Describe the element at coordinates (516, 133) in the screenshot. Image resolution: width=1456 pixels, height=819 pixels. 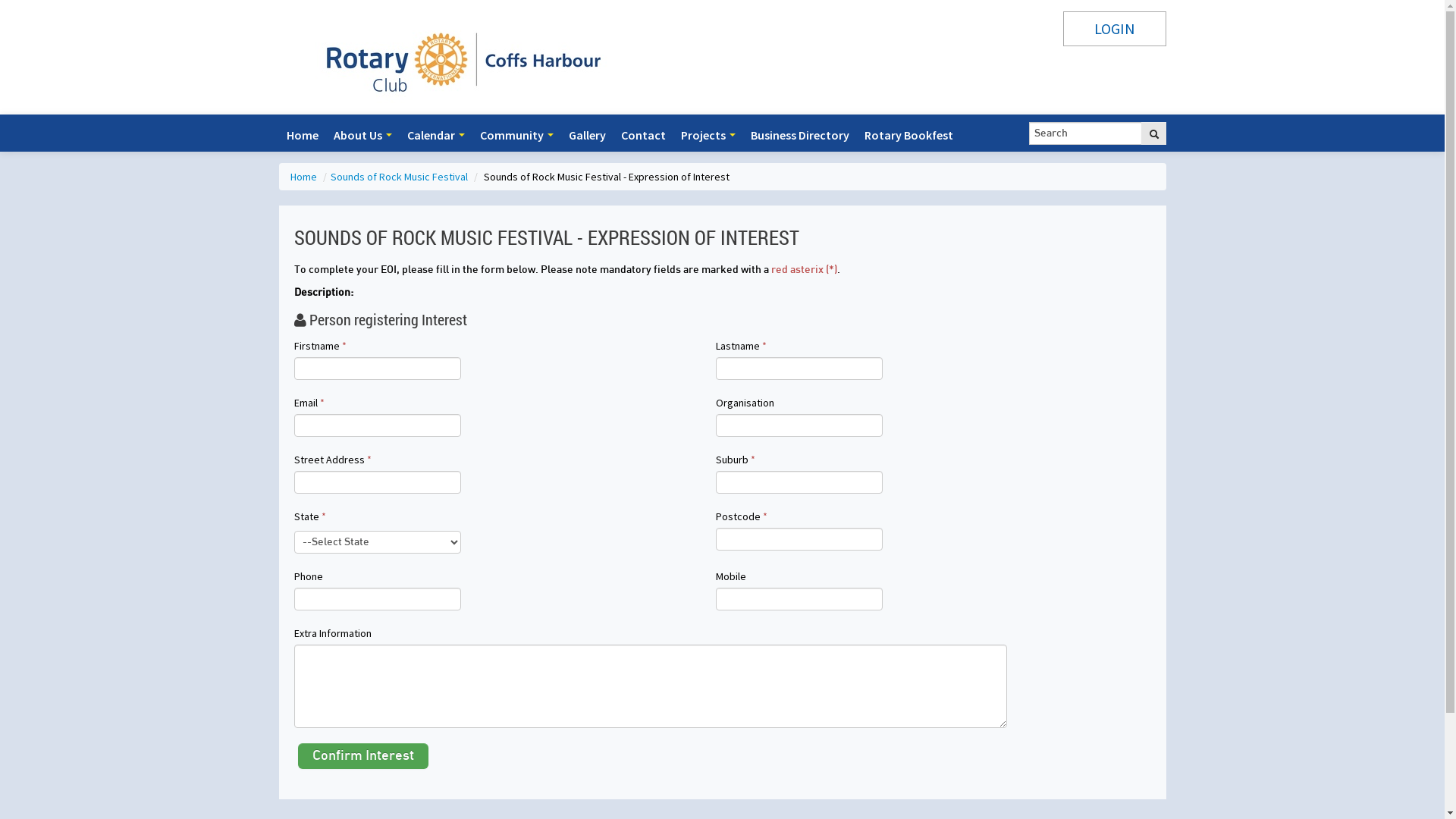
I see `'Community'` at that location.